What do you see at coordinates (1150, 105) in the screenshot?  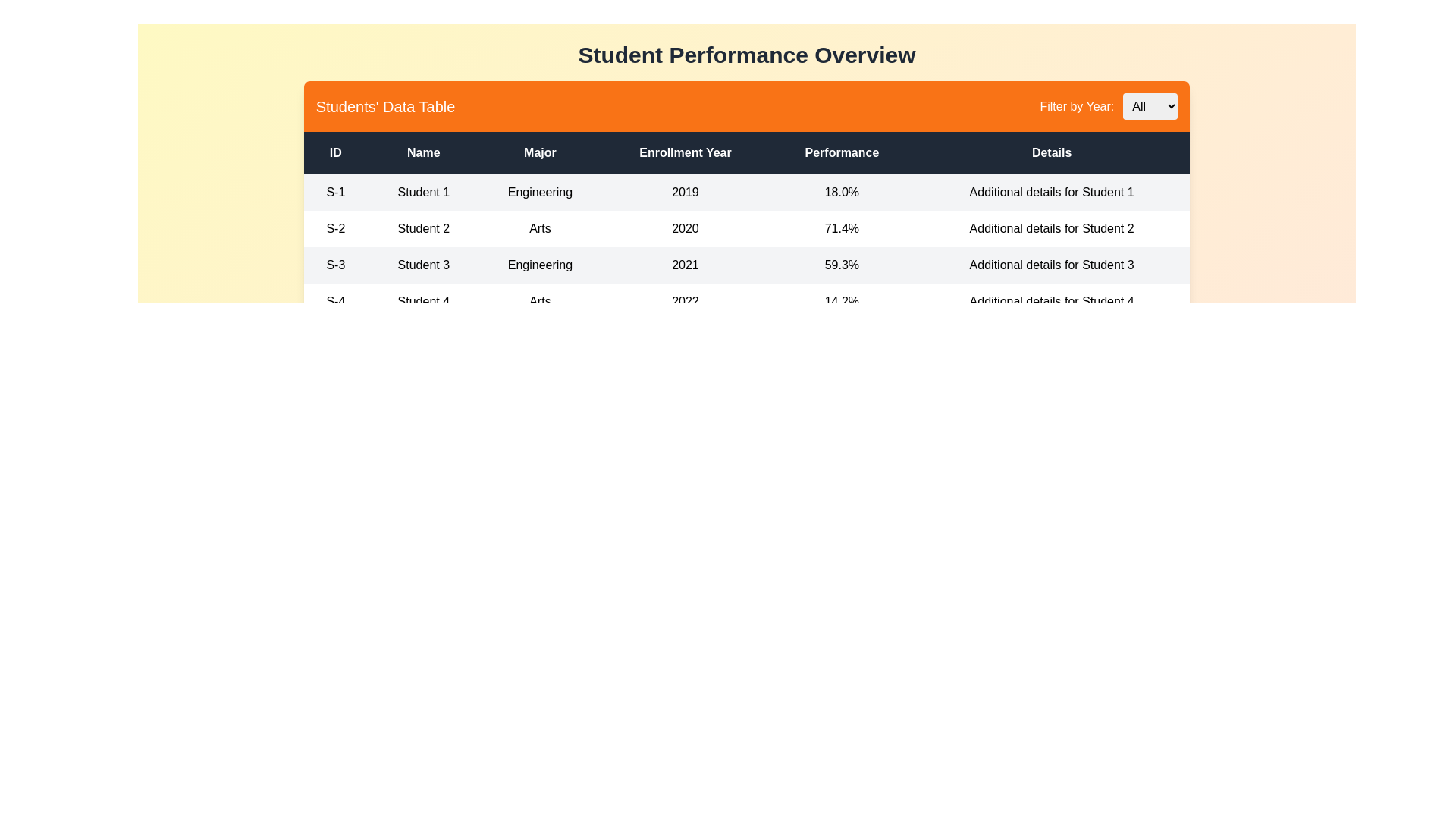 I see `the year All from the dropdown to filter the table` at bounding box center [1150, 105].